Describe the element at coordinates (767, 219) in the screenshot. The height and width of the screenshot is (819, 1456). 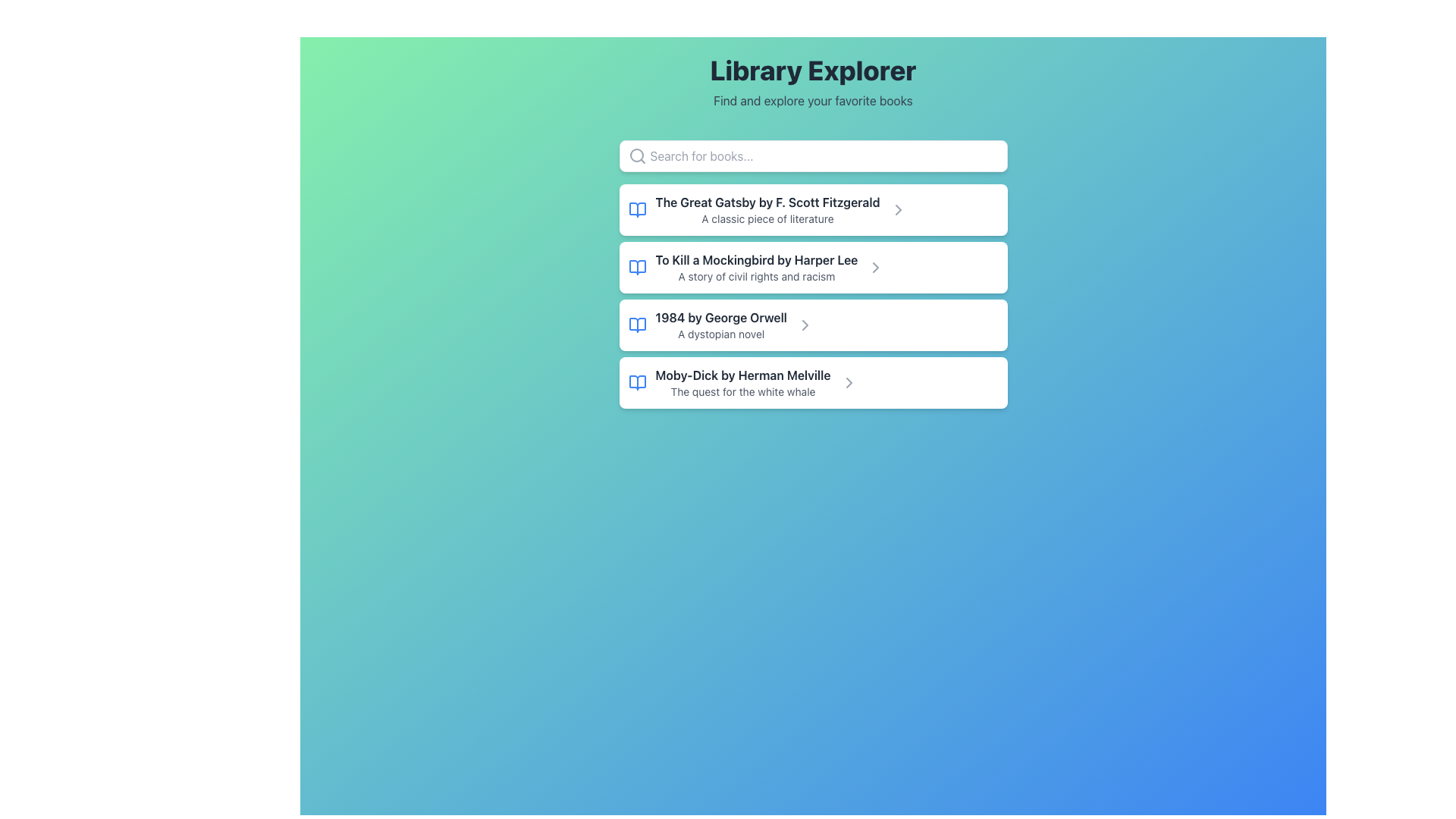
I see `the text snippet reading 'A classic piece of literature' located under the title 'The Great Gatsby by F. Scott Fitzgerald' in the first card of the vertically arranged list of books in the 'Library Explorer' interface` at that location.